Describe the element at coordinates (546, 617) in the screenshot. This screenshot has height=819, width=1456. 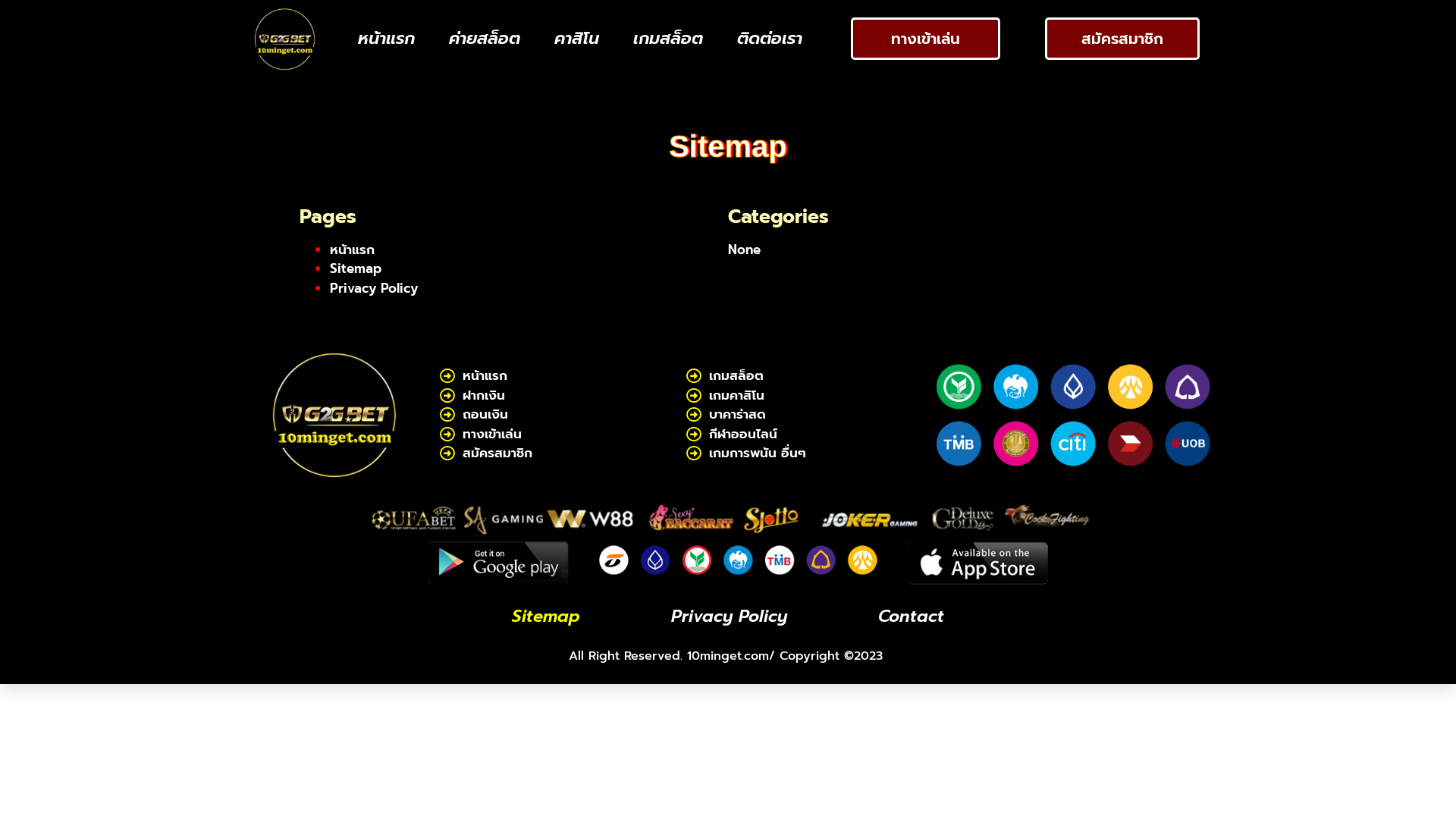
I see `'Sitemap'` at that location.